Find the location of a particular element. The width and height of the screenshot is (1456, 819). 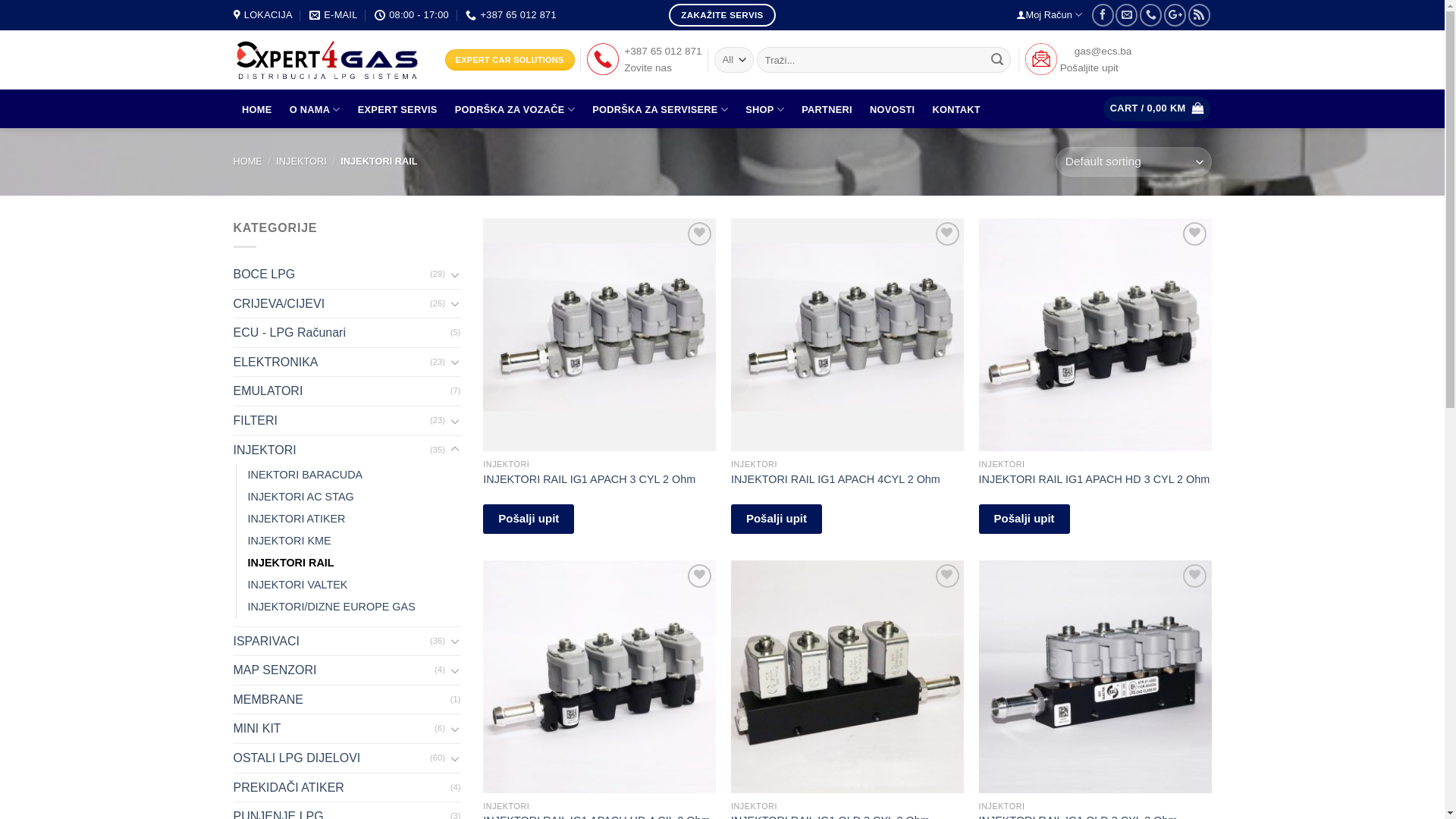

'CART / 0,00 KM' is located at coordinates (1156, 108).